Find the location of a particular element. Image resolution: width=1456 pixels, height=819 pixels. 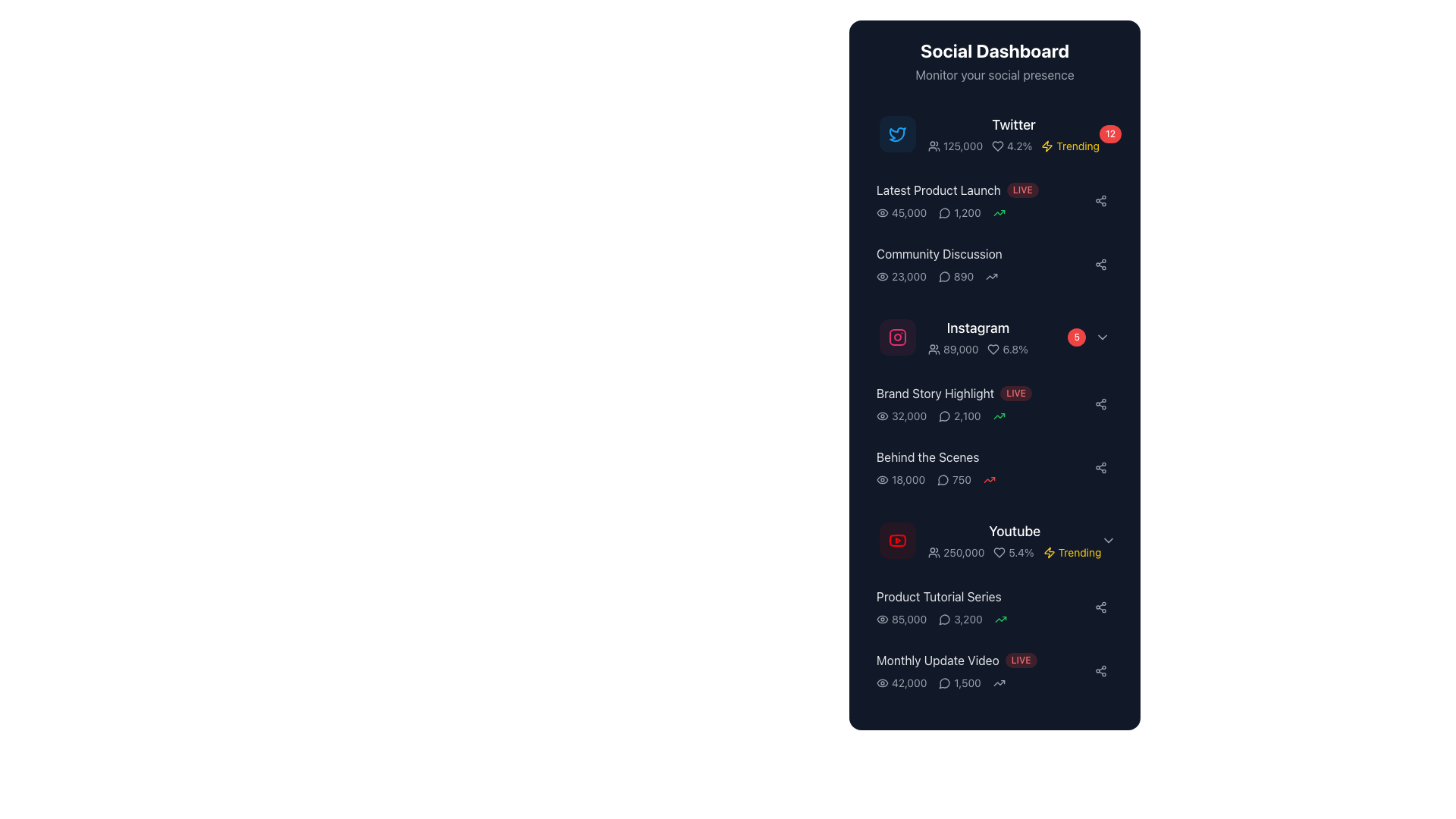

text label 'Product Tutorial Series' which is located in the lower right quadrant of the interface, within the 'Youtube' section of a dark-colored panel is located at coordinates (938, 595).